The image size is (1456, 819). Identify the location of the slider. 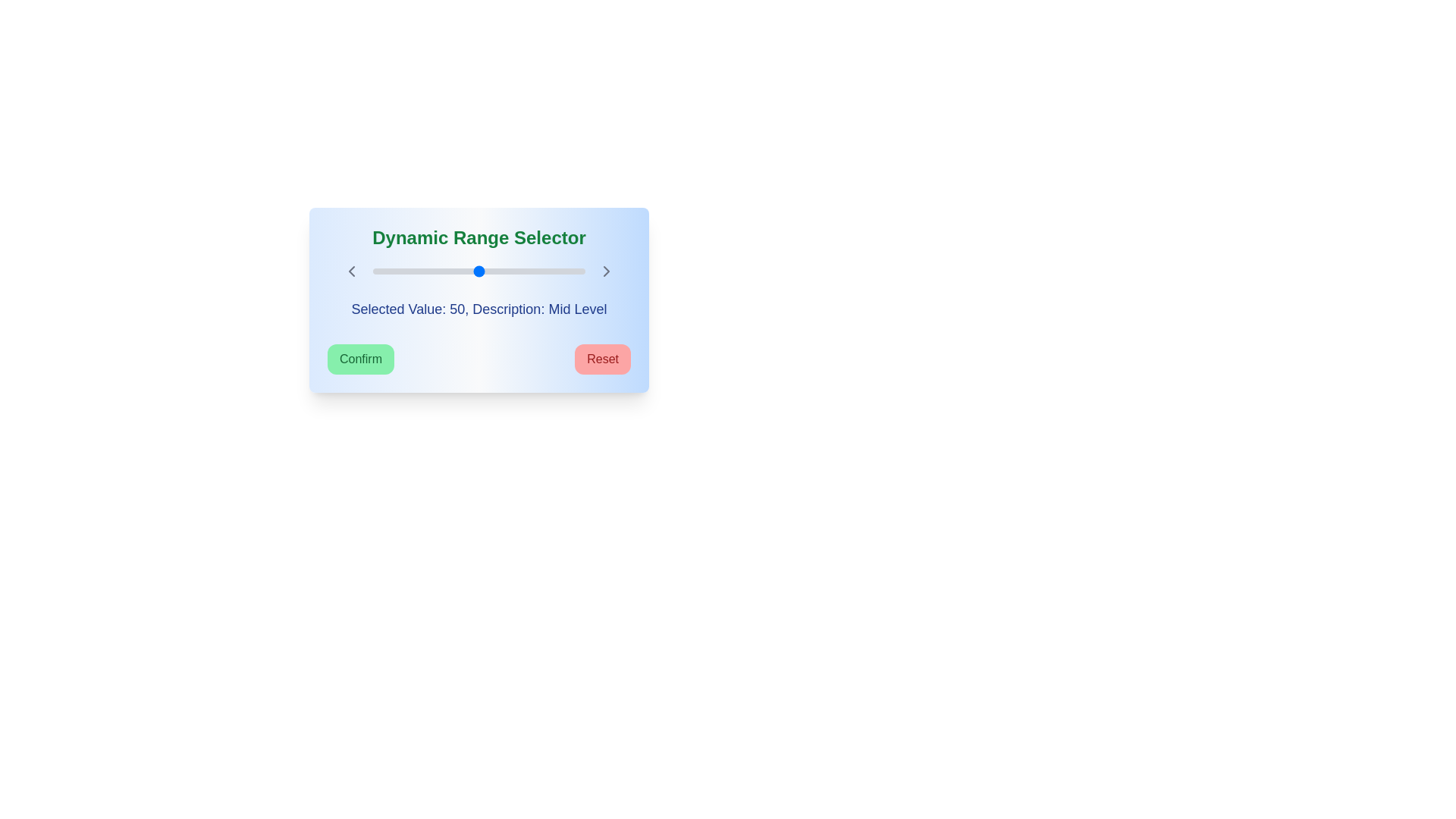
(572, 271).